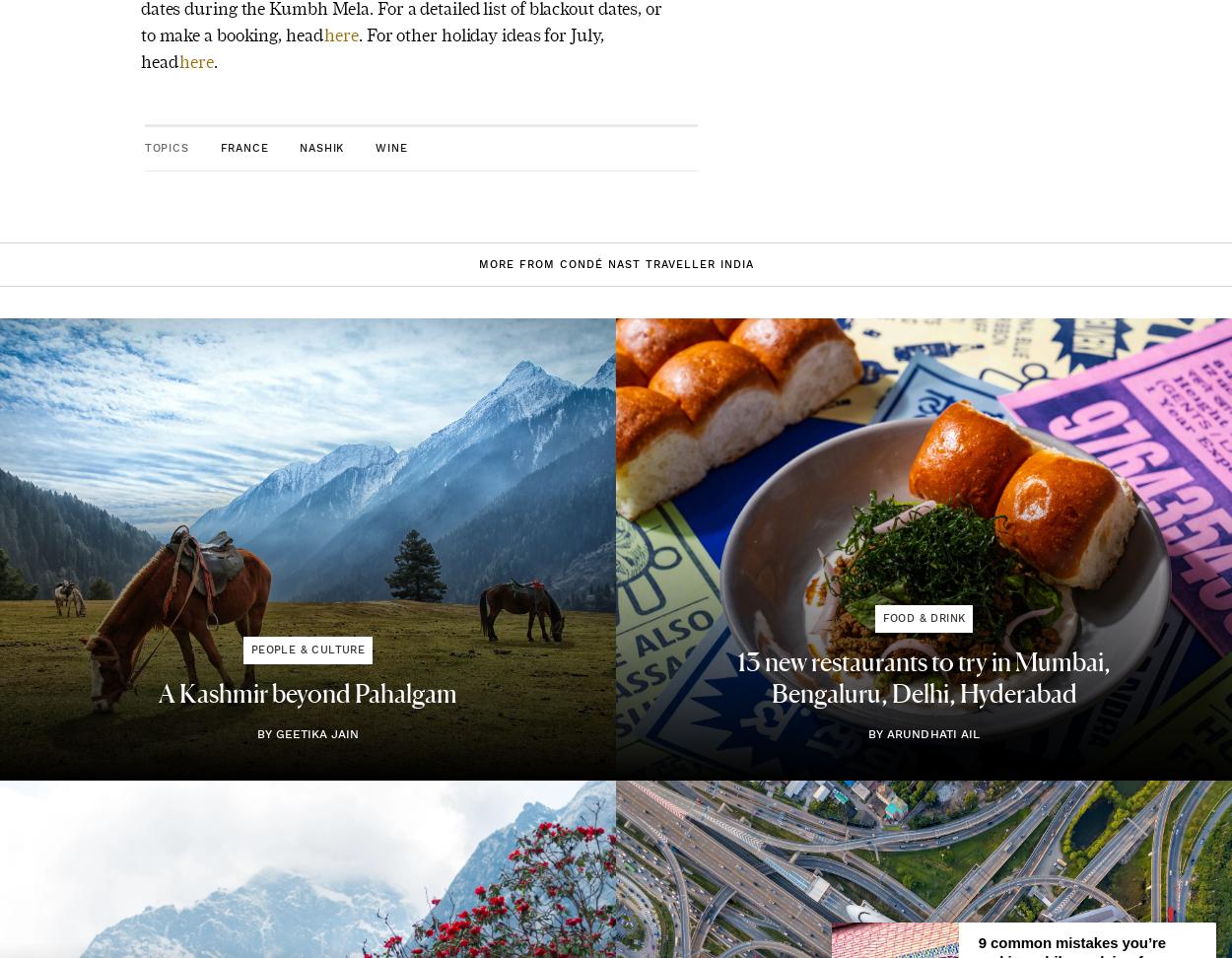  Describe the element at coordinates (214, 60) in the screenshot. I see `'.'` at that location.